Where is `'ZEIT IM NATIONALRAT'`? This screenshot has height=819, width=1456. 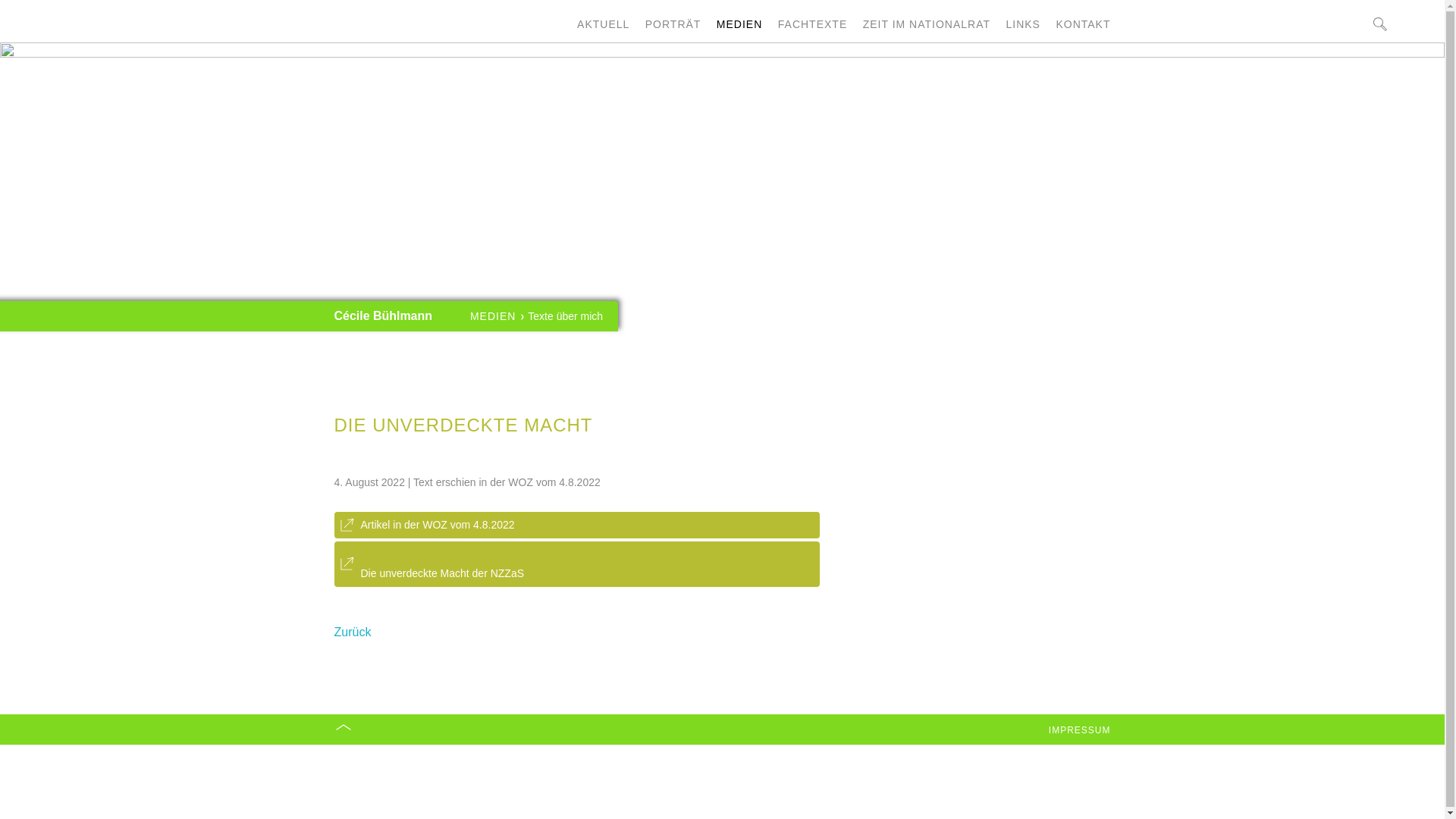
'ZEIT IM NATIONALRAT' is located at coordinates (926, 24).